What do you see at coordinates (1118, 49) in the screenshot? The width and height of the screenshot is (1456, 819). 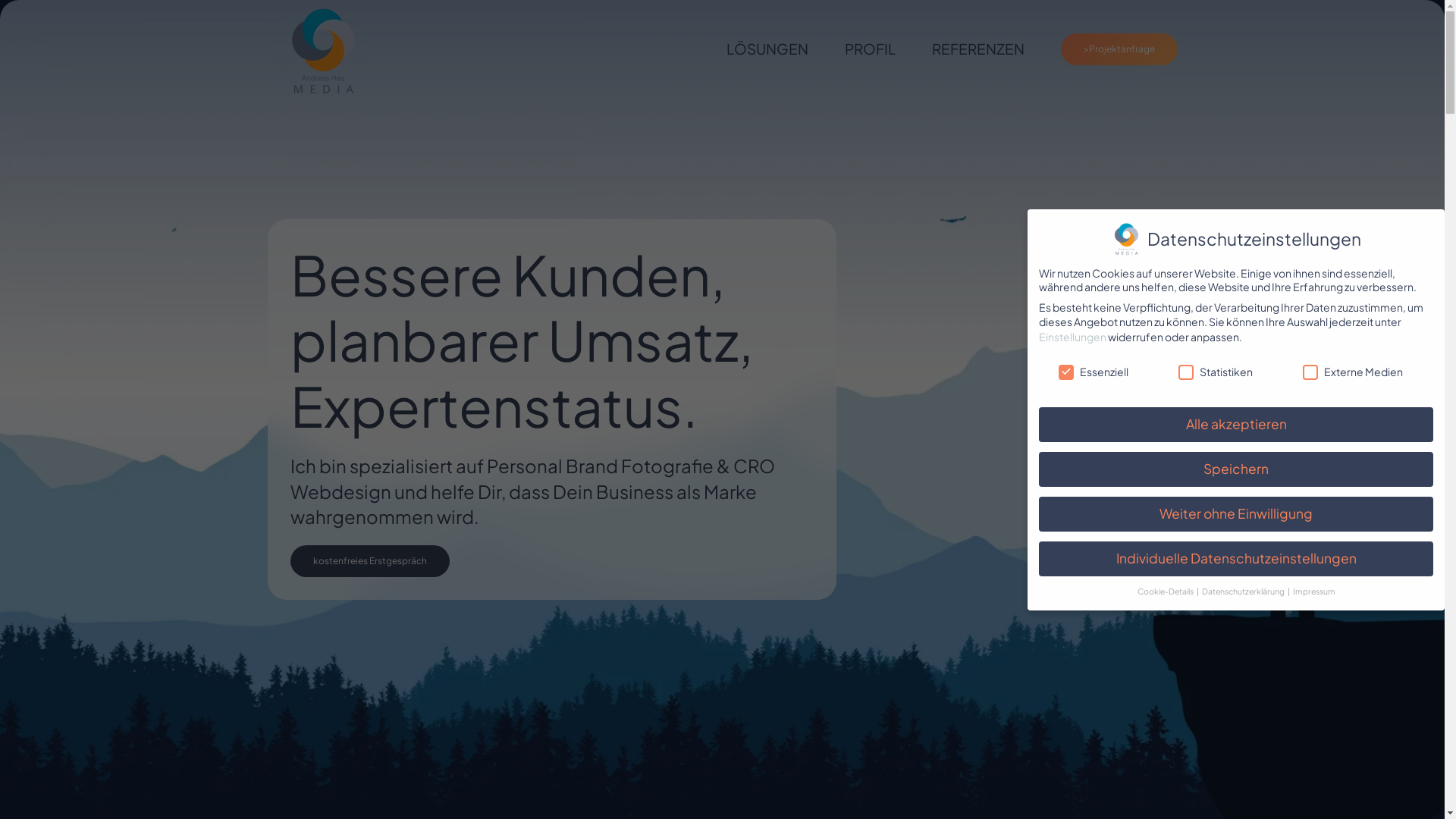 I see `'>Projektanfrage'` at bounding box center [1118, 49].